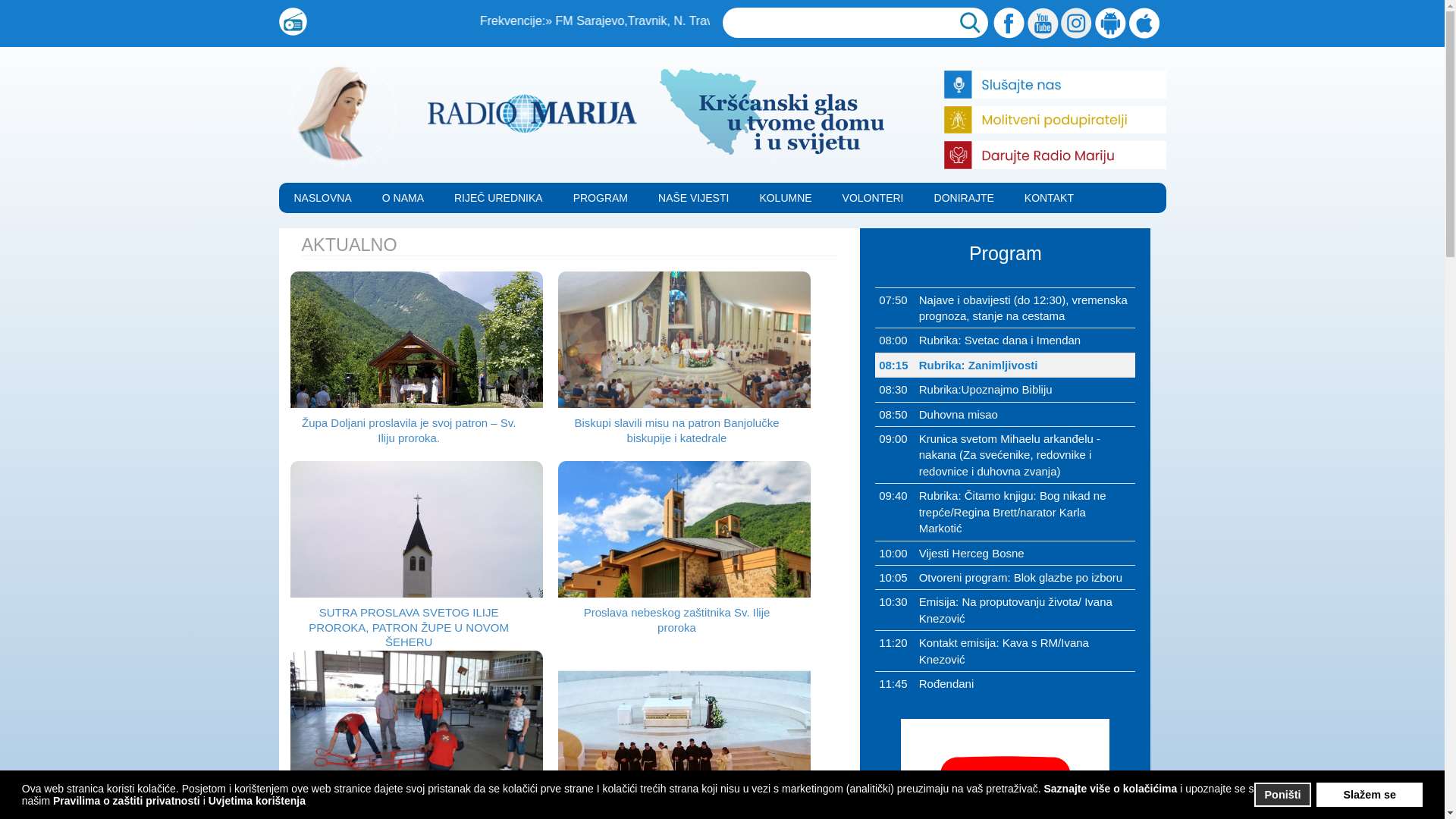  Describe the element at coordinates (918, 197) in the screenshot. I see `'DONIRAJTE'` at that location.